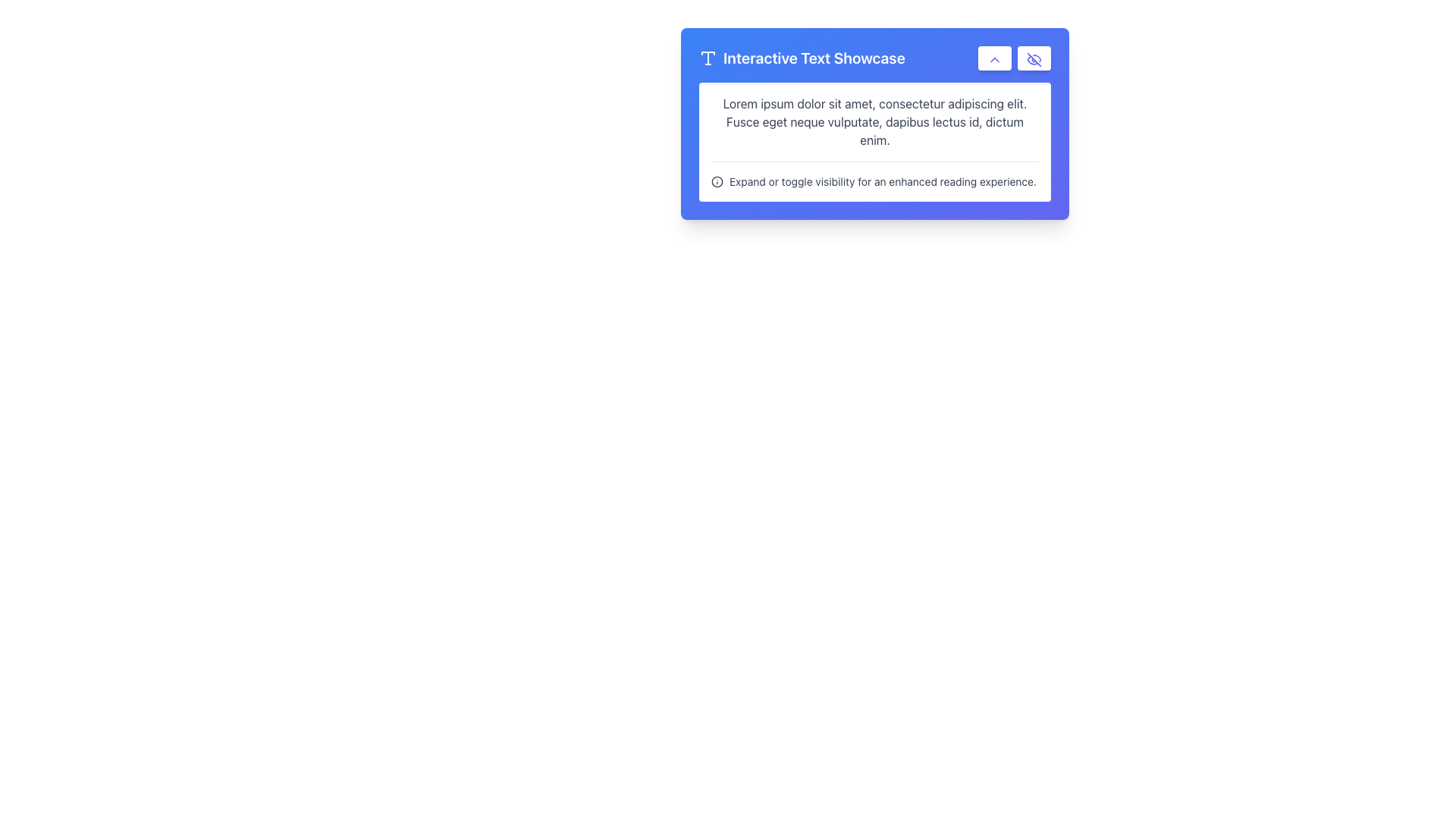 The image size is (1456, 819). I want to click on the 'Interactive Text Showcase' text label, which is a bold white font against a blue-to-indigo gradient background, located at the top-middle of the interface, so click(874, 58).